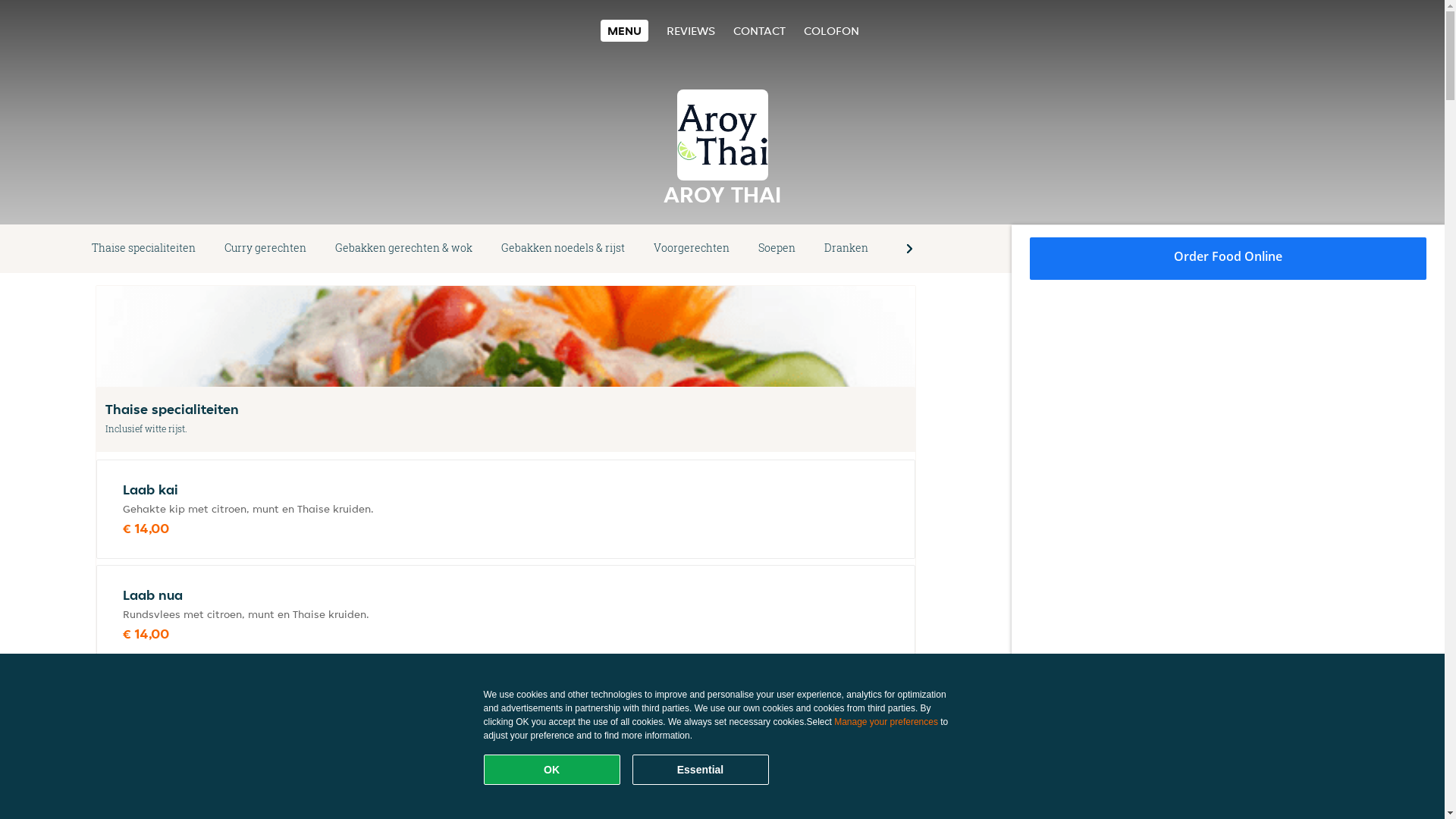 This screenshot has width=1456, height=819. I want to click on 'REVIEWS', so click(666, 30).